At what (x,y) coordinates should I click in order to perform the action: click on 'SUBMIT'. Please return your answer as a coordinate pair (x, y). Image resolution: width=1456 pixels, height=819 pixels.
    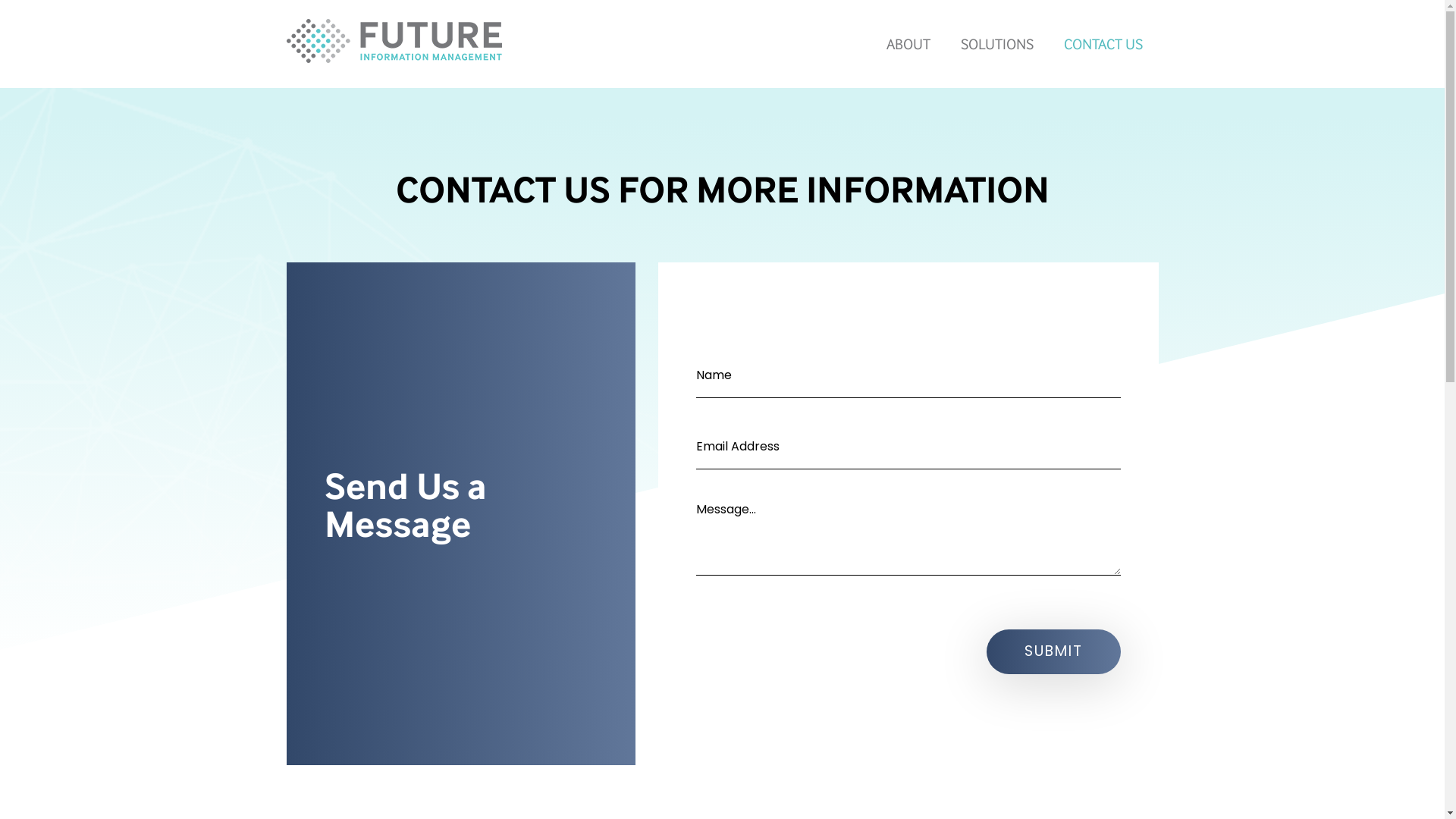
    Looking at the image, I should click on (1052, 651).